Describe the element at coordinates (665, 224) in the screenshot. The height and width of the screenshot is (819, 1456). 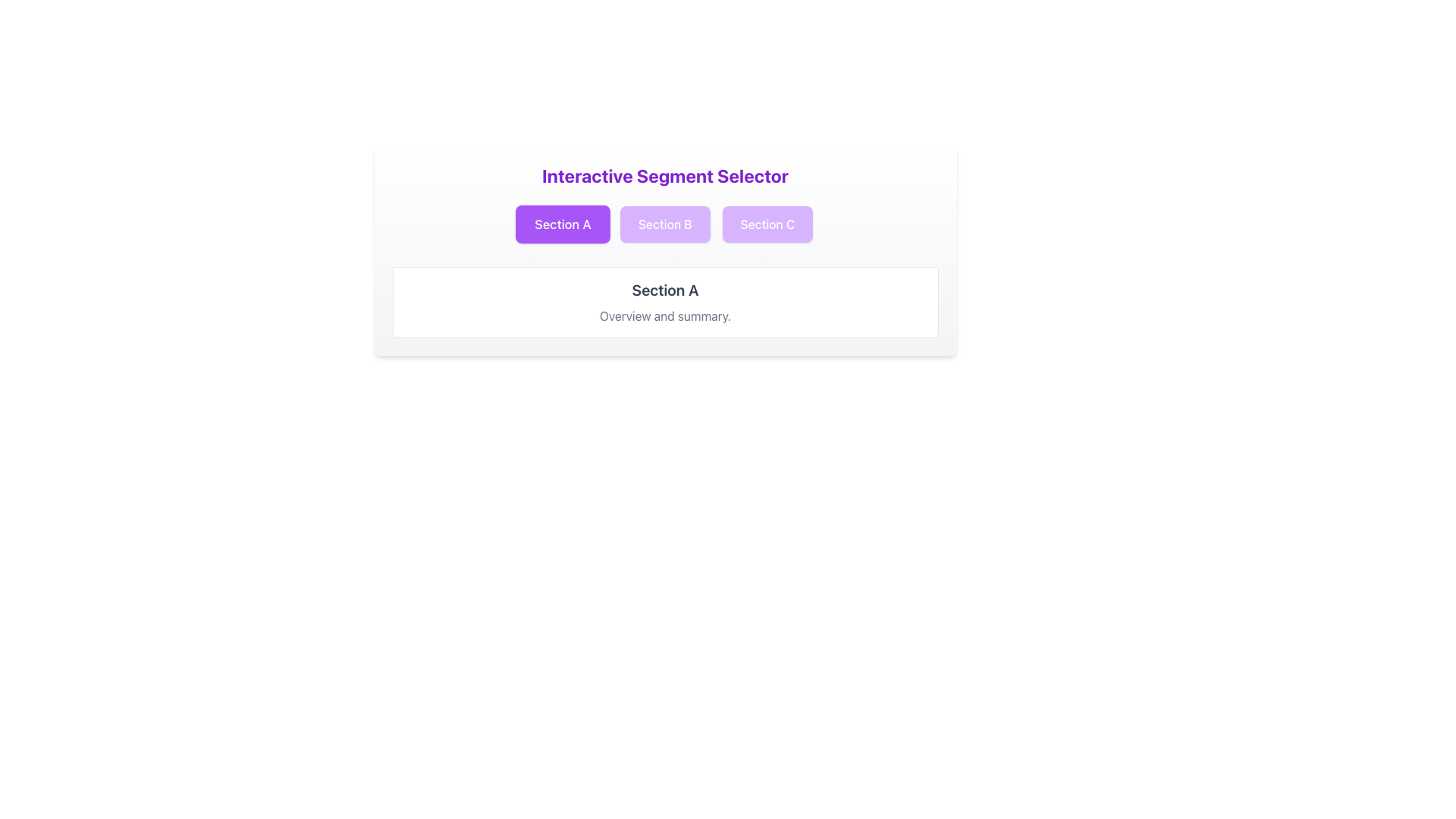
I see `'Section B' of the segmented control` at that location.